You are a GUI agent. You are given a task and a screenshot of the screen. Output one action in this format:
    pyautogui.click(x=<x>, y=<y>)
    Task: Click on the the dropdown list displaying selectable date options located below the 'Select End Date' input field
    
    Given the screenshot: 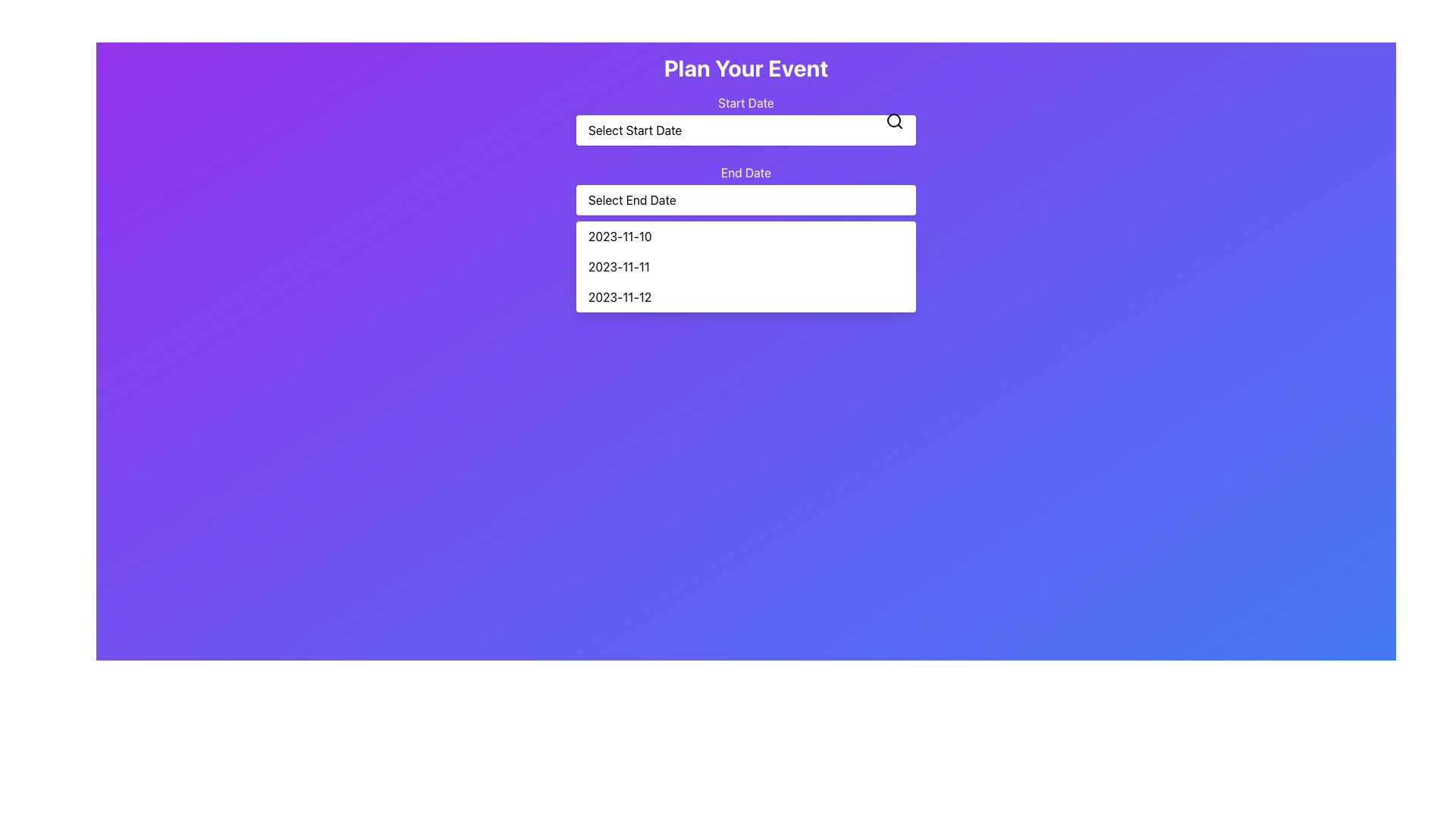 What is the action you would take?
    pyautogui.click(x=745, y=265)
    